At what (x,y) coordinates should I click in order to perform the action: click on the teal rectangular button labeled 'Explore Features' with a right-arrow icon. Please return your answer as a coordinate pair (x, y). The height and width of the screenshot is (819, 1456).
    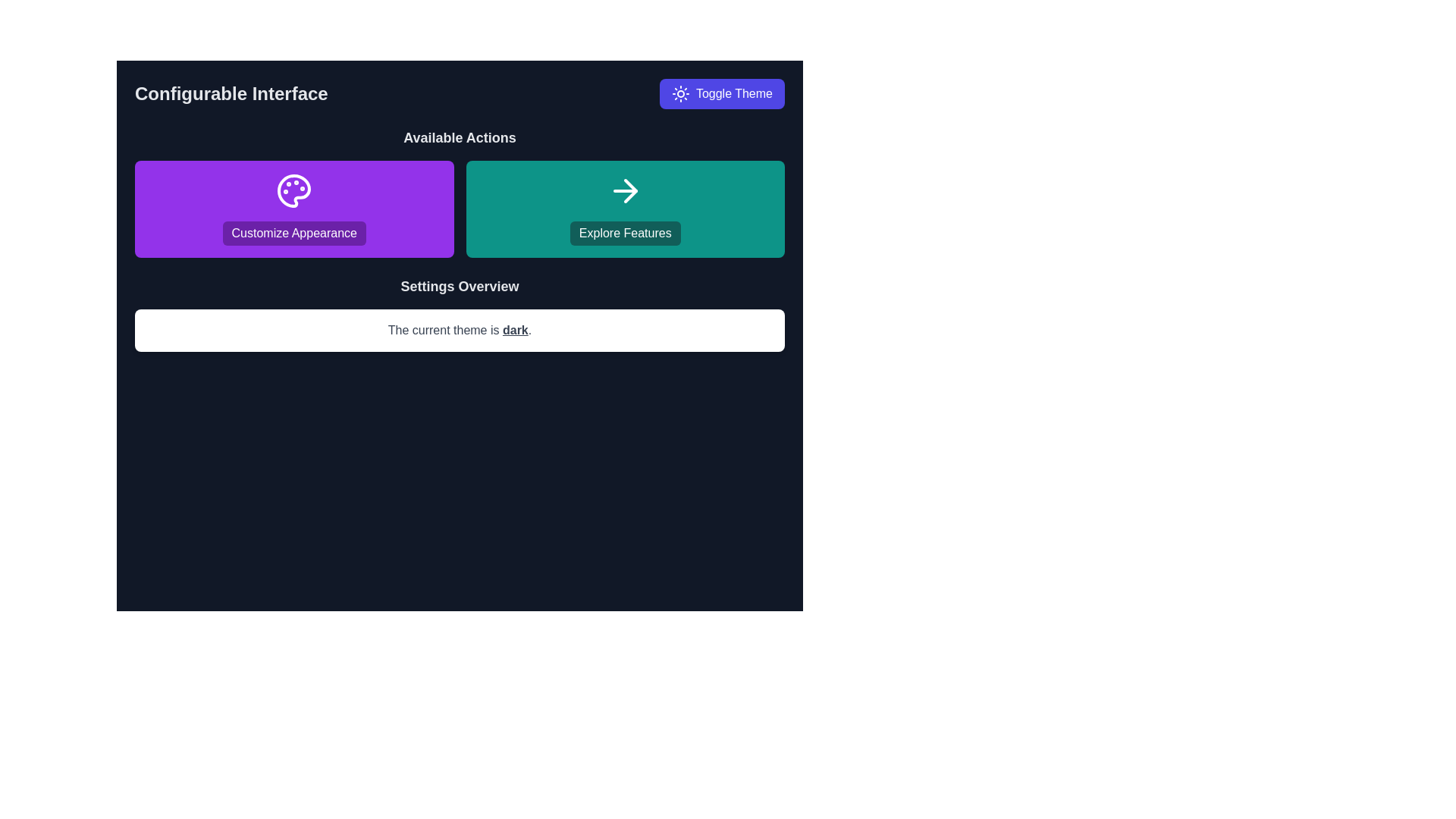
    Looking at the image, I should click on (625, 209).